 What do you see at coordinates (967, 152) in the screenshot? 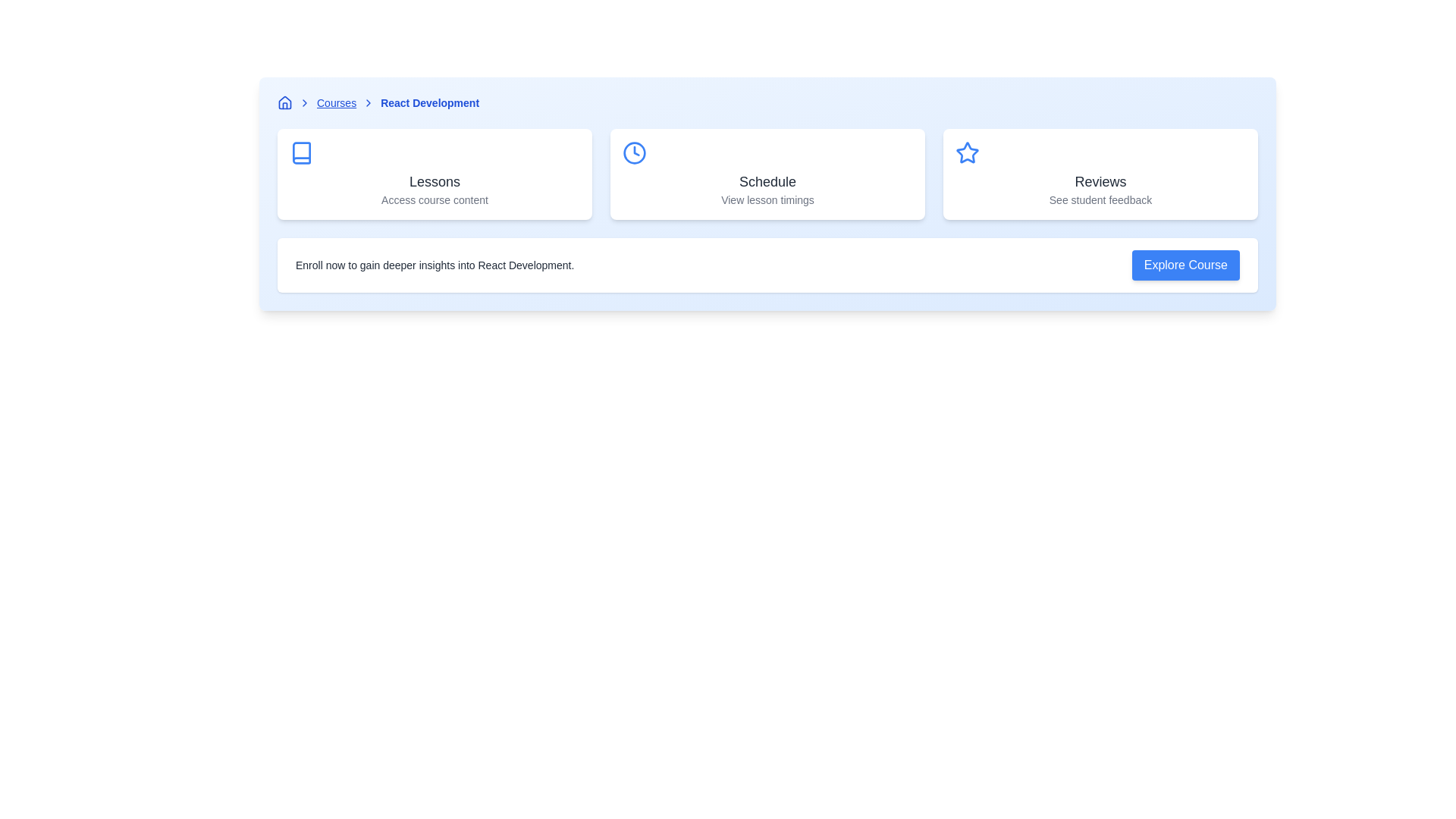
I see `the decorative icon associated with the 'Reviews' module, located to the right of the 'Schedule' module` at bounding box center [967, 152].